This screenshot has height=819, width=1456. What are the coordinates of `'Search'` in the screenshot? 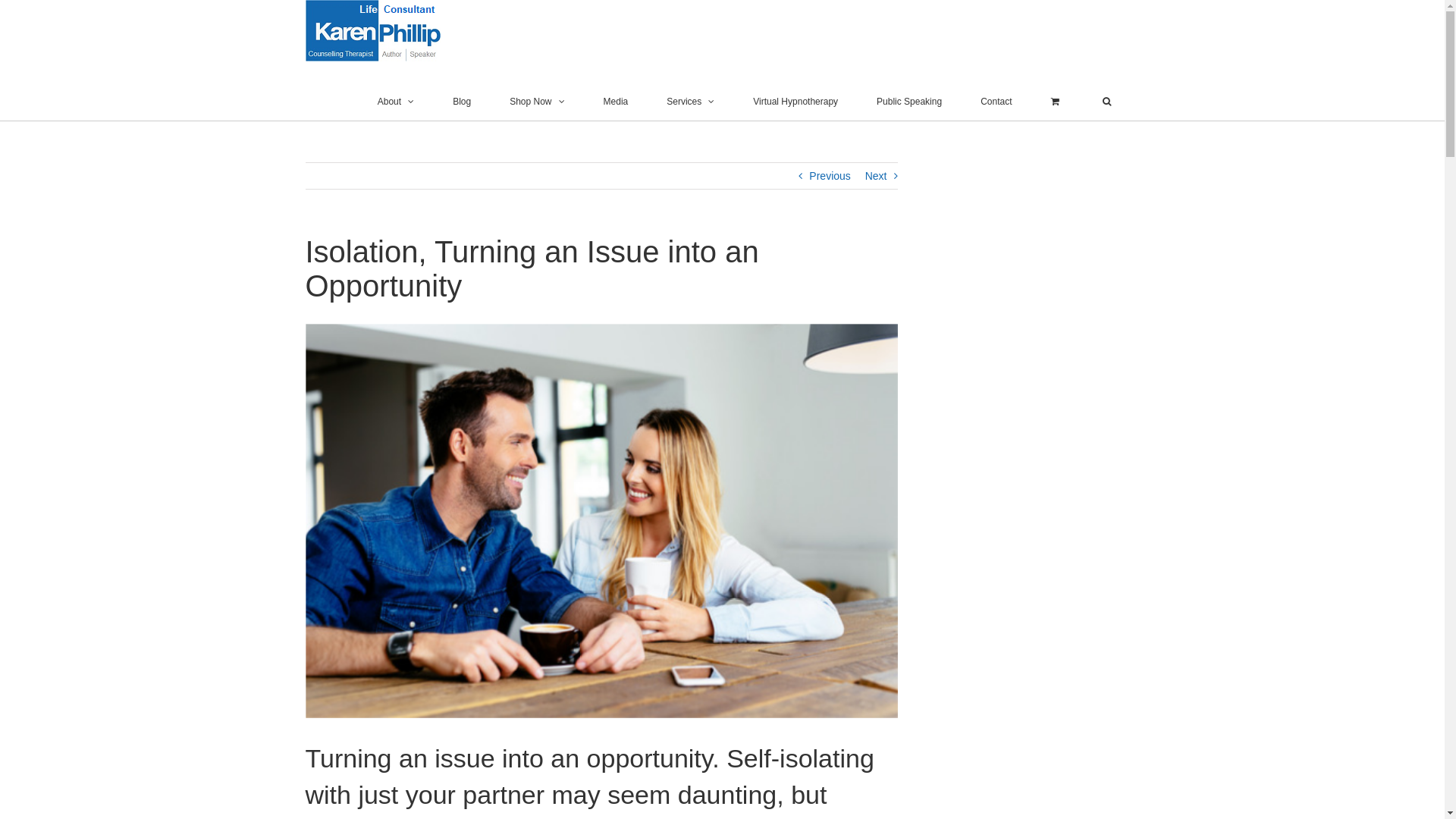 It's located at (1106, 102).